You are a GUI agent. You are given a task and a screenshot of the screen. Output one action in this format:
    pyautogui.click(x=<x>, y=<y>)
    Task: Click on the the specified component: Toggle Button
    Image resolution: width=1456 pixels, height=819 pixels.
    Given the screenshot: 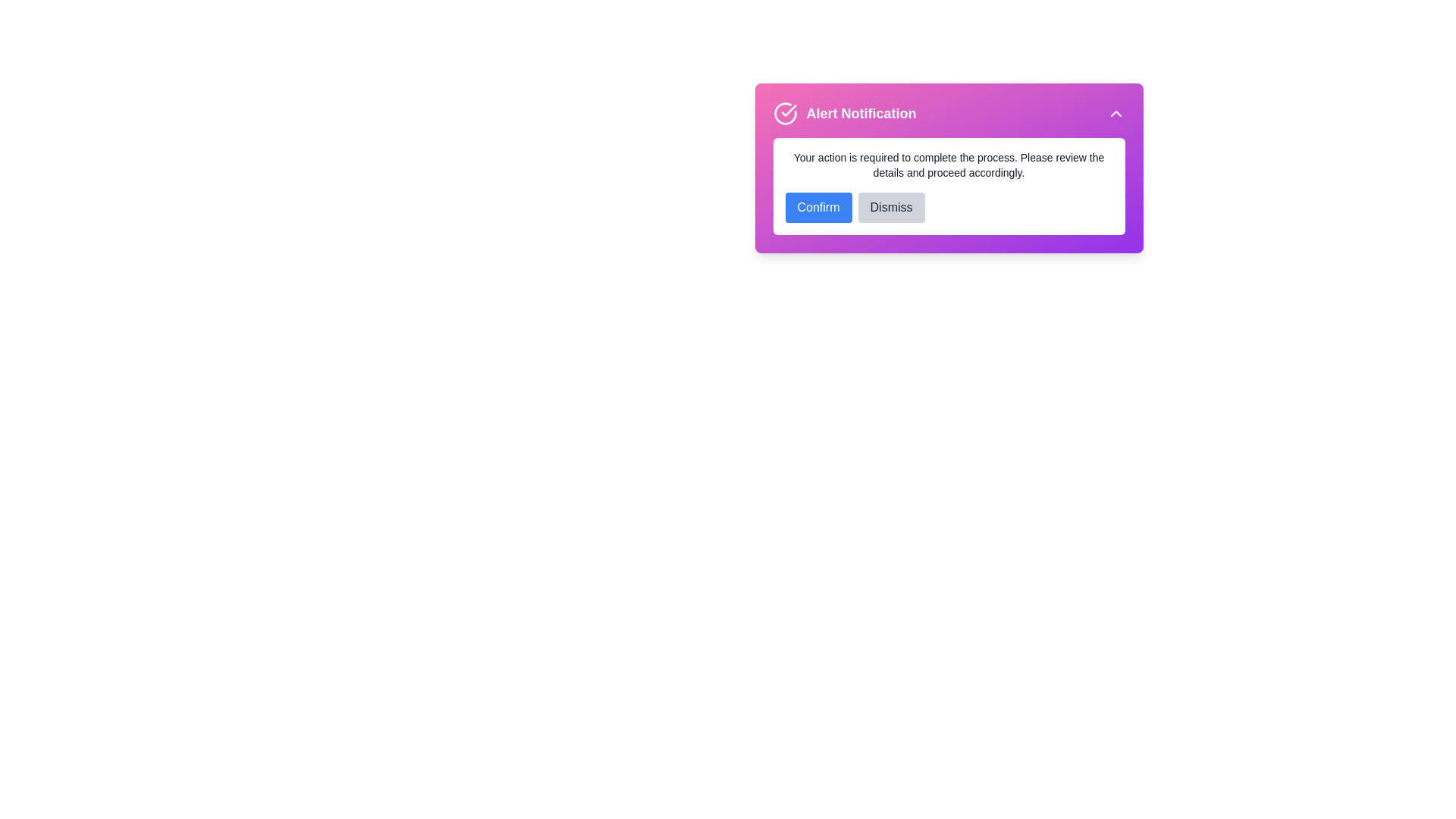 What is the action you would take?
    pyautogui.click(x=1116, y=113)
    